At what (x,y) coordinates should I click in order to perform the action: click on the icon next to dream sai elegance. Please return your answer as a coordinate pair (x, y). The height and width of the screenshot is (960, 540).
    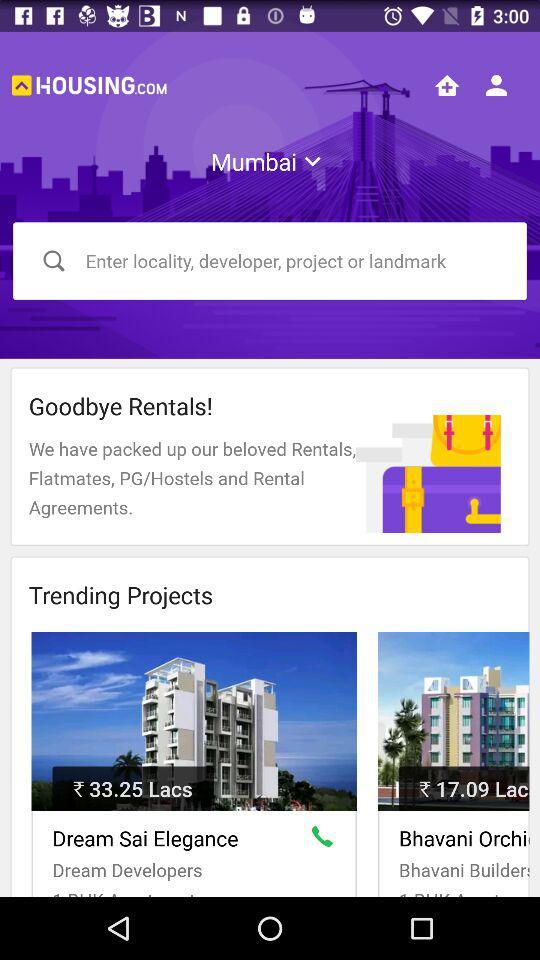
    Looking at the image, I should click on (326, 840).